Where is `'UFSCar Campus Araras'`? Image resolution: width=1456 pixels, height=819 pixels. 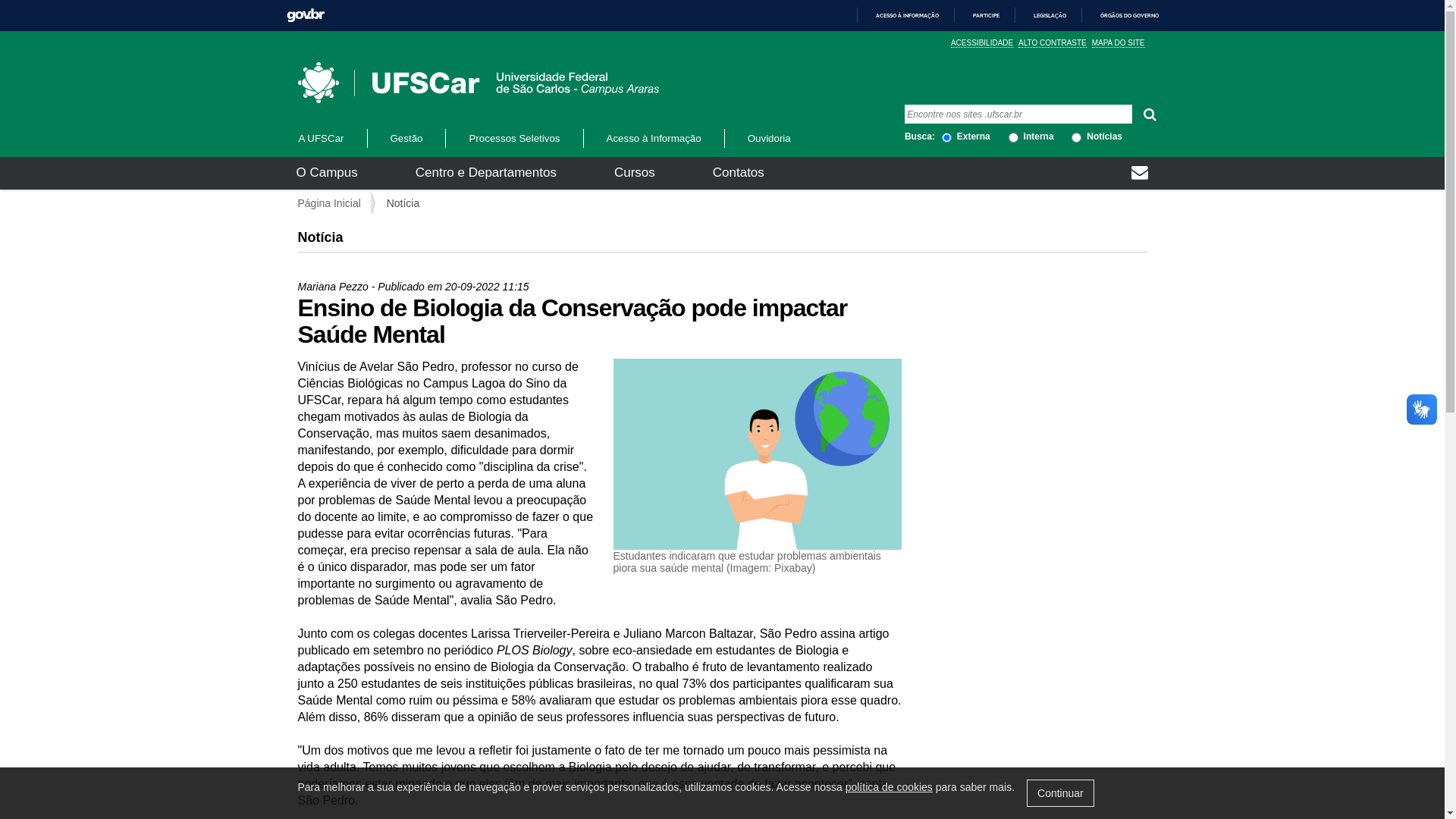
'UFSCar Campus Araras' is located at coordinates (476, 82).